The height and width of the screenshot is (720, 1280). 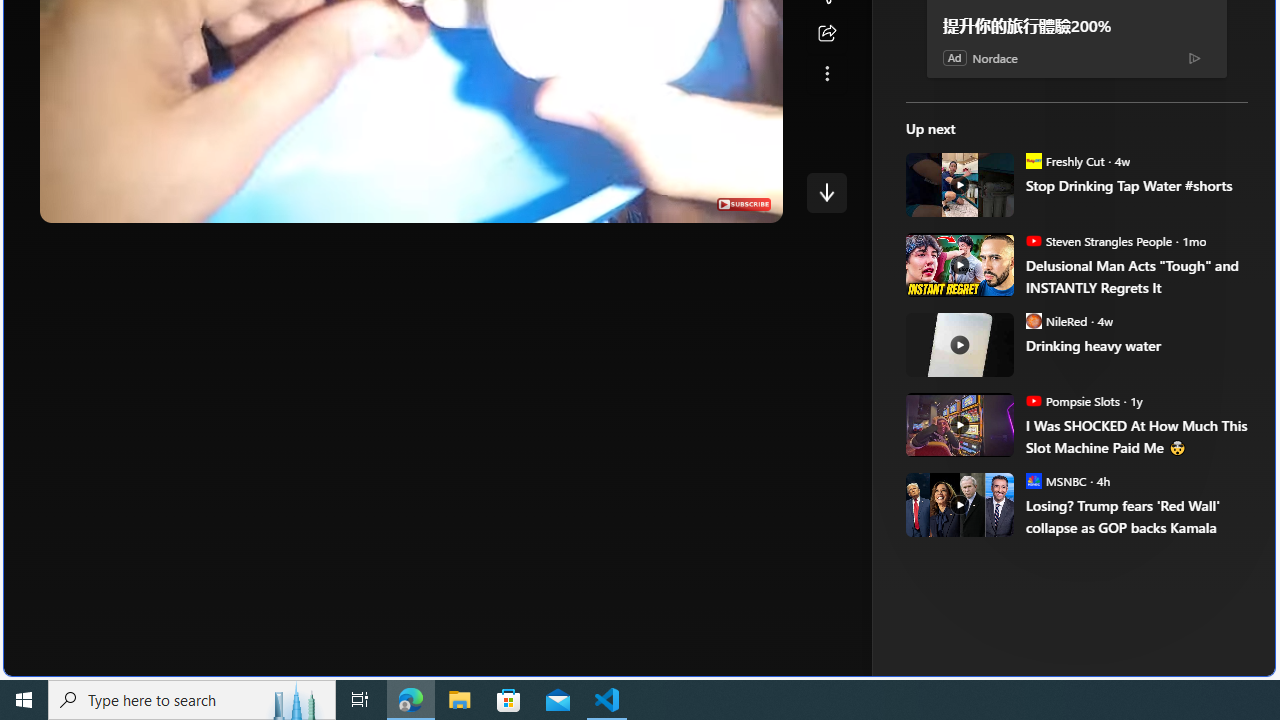 I want to click on 'Full screen (f)', so click(x=749, y=203).